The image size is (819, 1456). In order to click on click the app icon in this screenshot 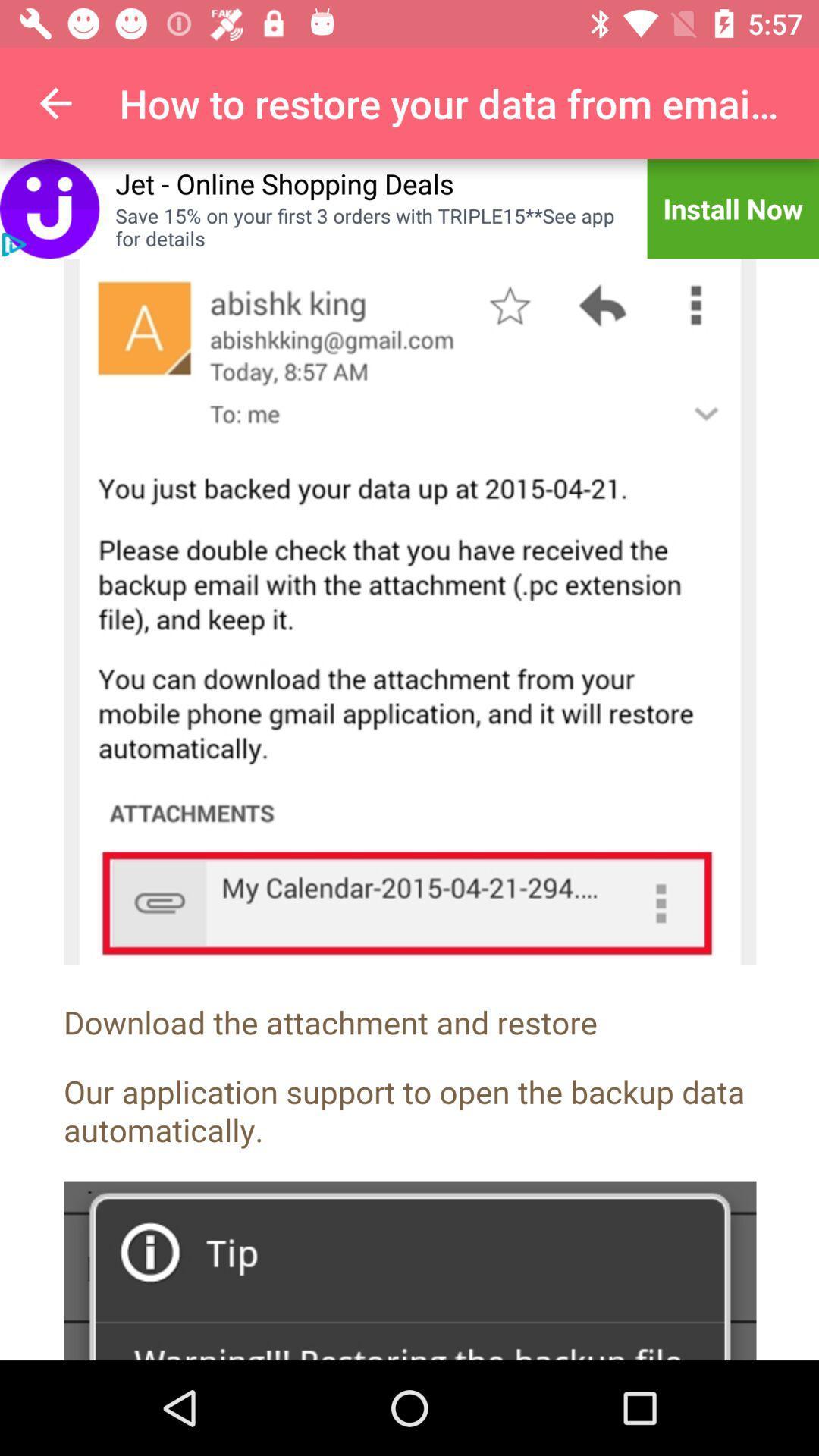, I will do `click(49, 208)`.